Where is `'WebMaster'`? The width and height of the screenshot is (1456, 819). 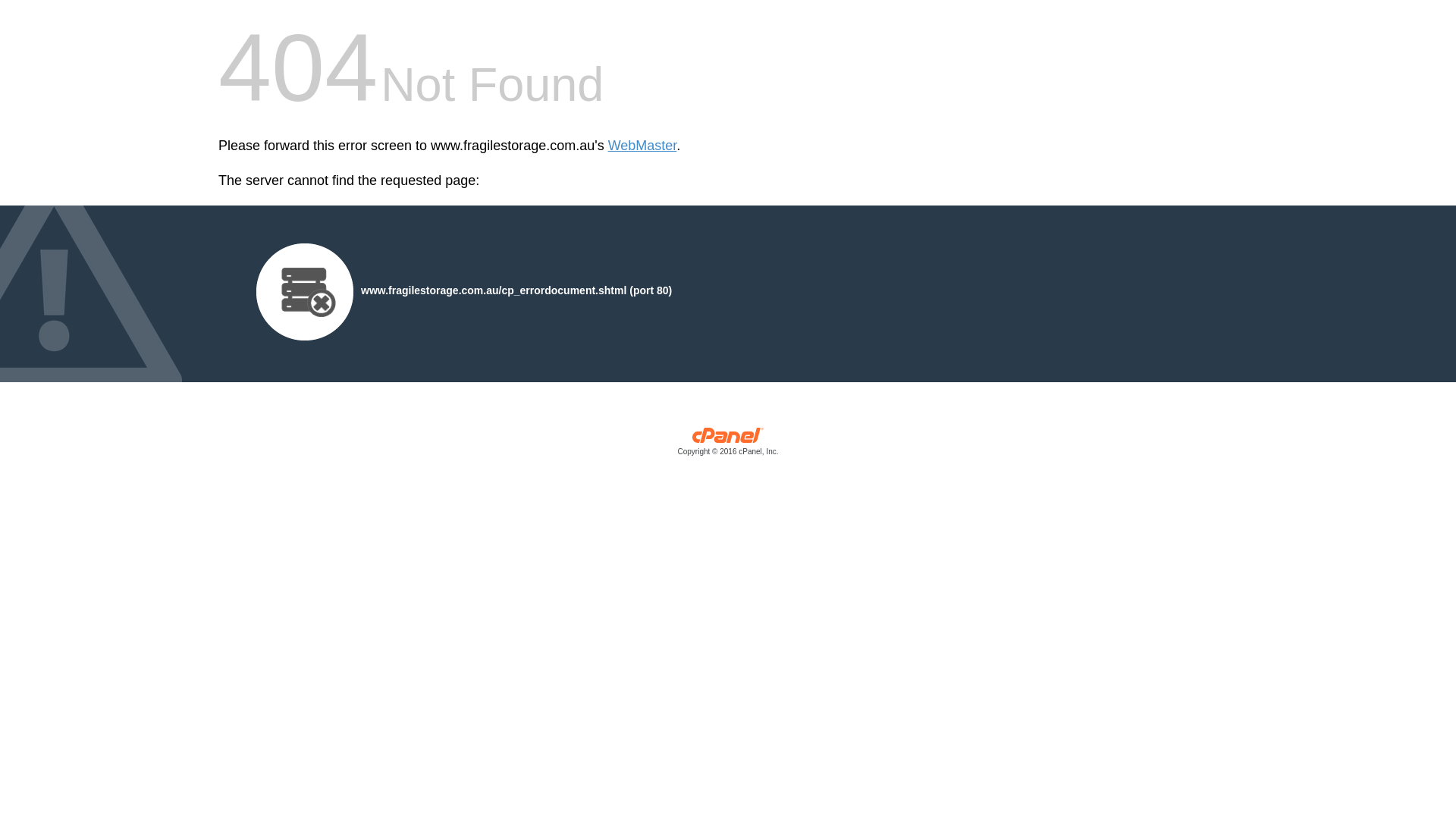
'WebMaster' is located at coordinates (642, 146).